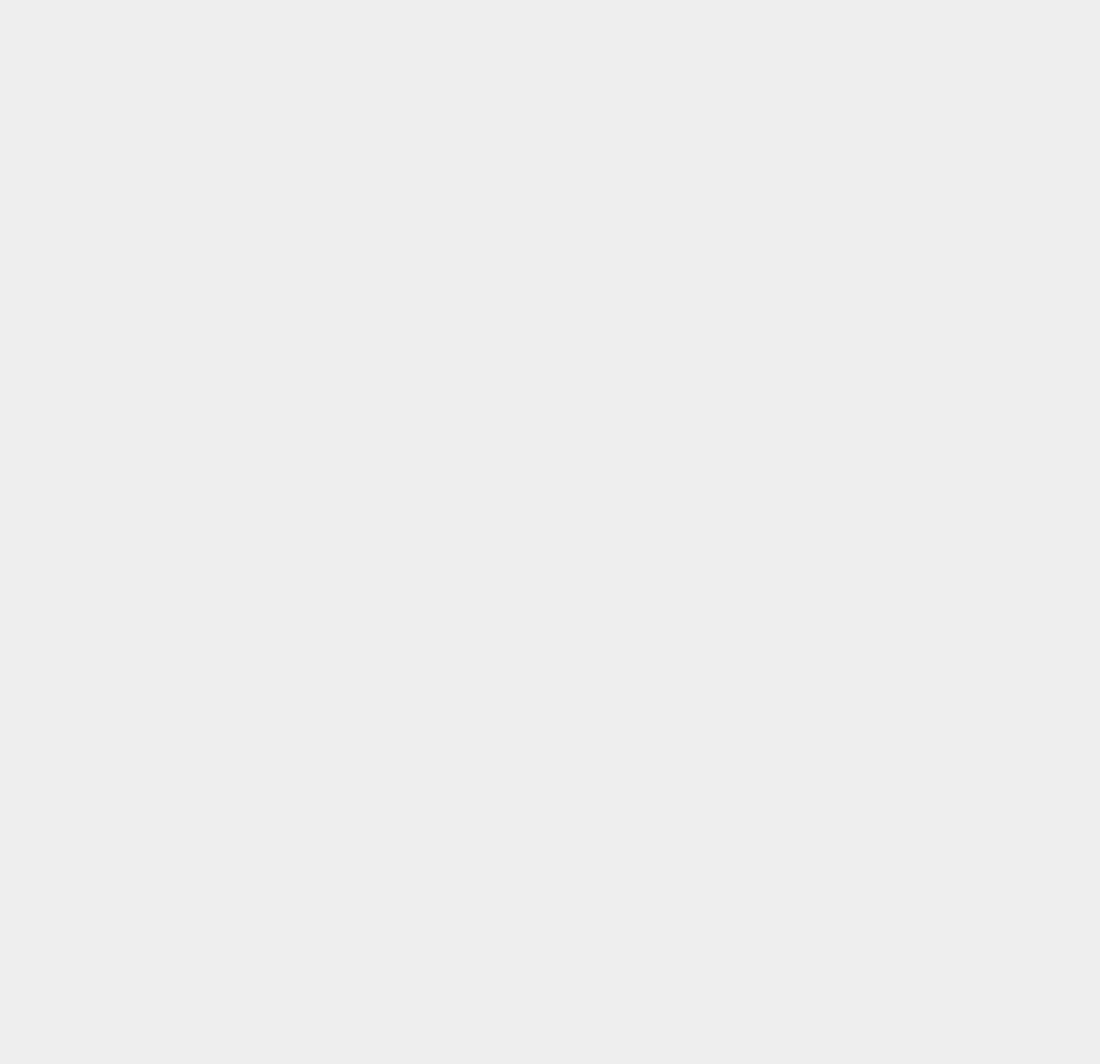  What do you see at coordinates (778, 1035) in the screenshot?
I see `'Stock Photography'` at bounding box center [778, 1035].